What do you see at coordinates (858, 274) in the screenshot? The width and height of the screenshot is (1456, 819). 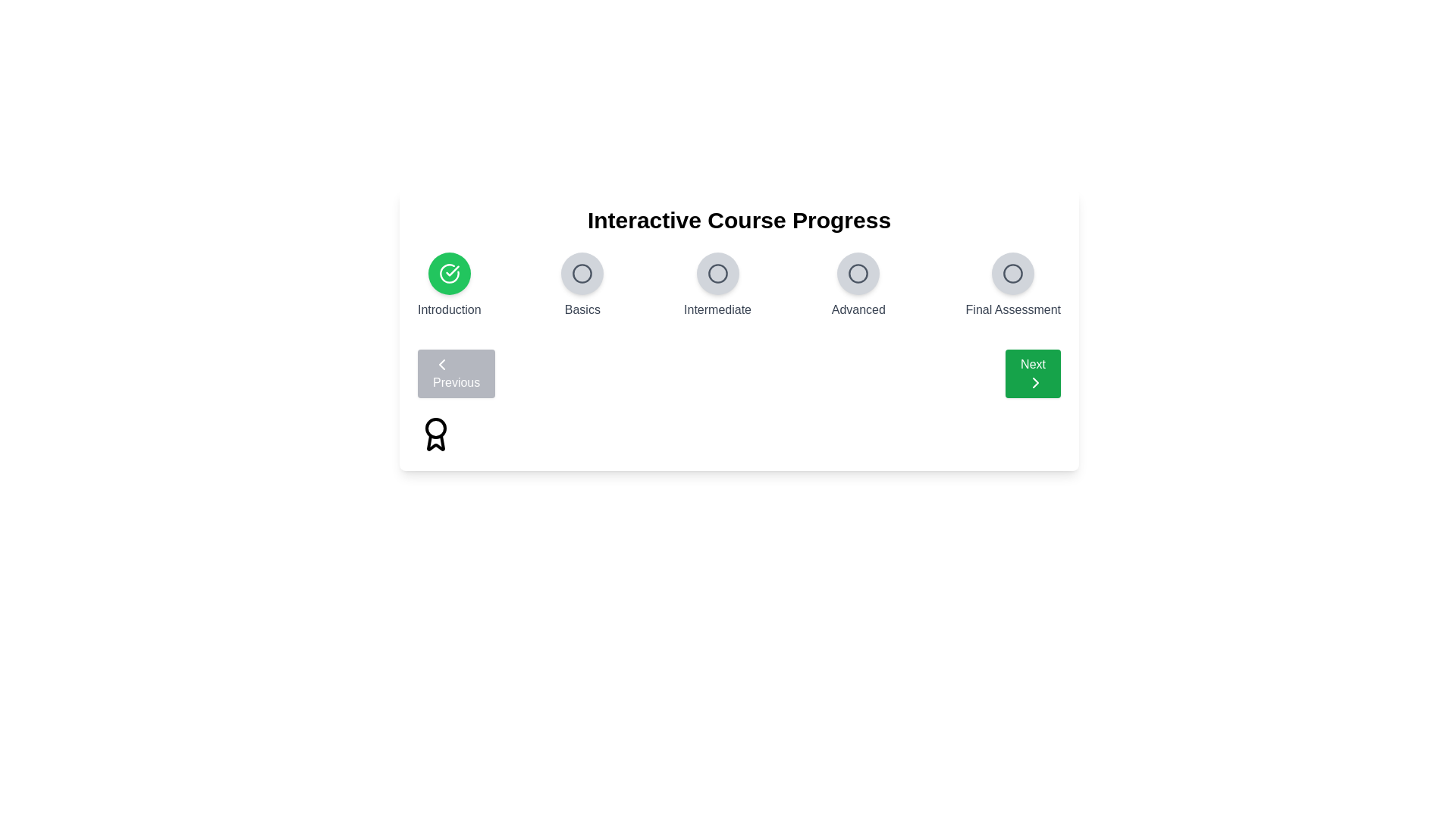 I see `the 'Advanced' stage icon in the course progress tracker, which is the fourth circular icon under the 'Interactive Course Progress' heading` at bounding box center [858, 274].